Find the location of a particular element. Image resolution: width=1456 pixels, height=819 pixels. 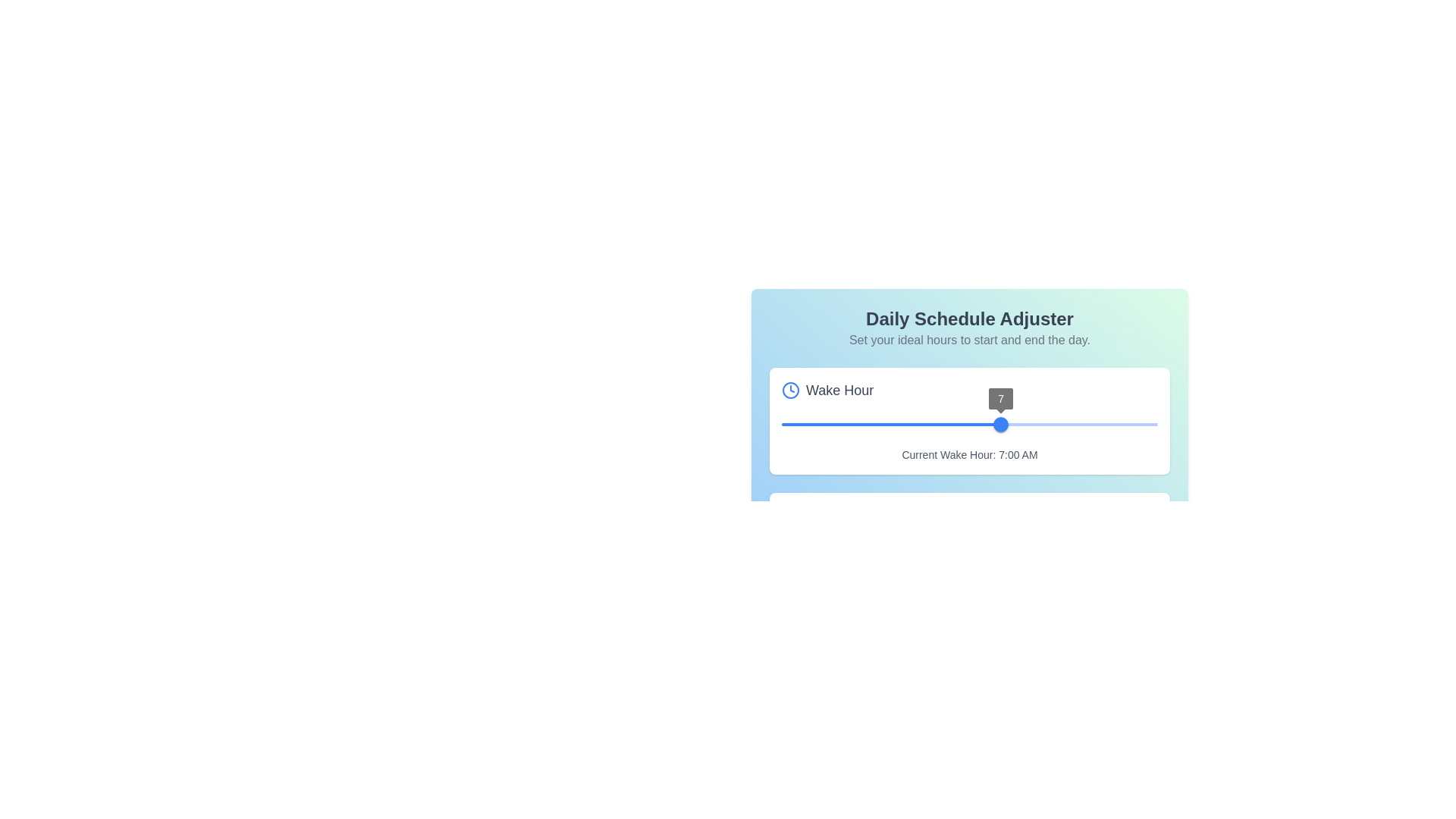

the thumb of the slider is located at coordinates (891, 424).